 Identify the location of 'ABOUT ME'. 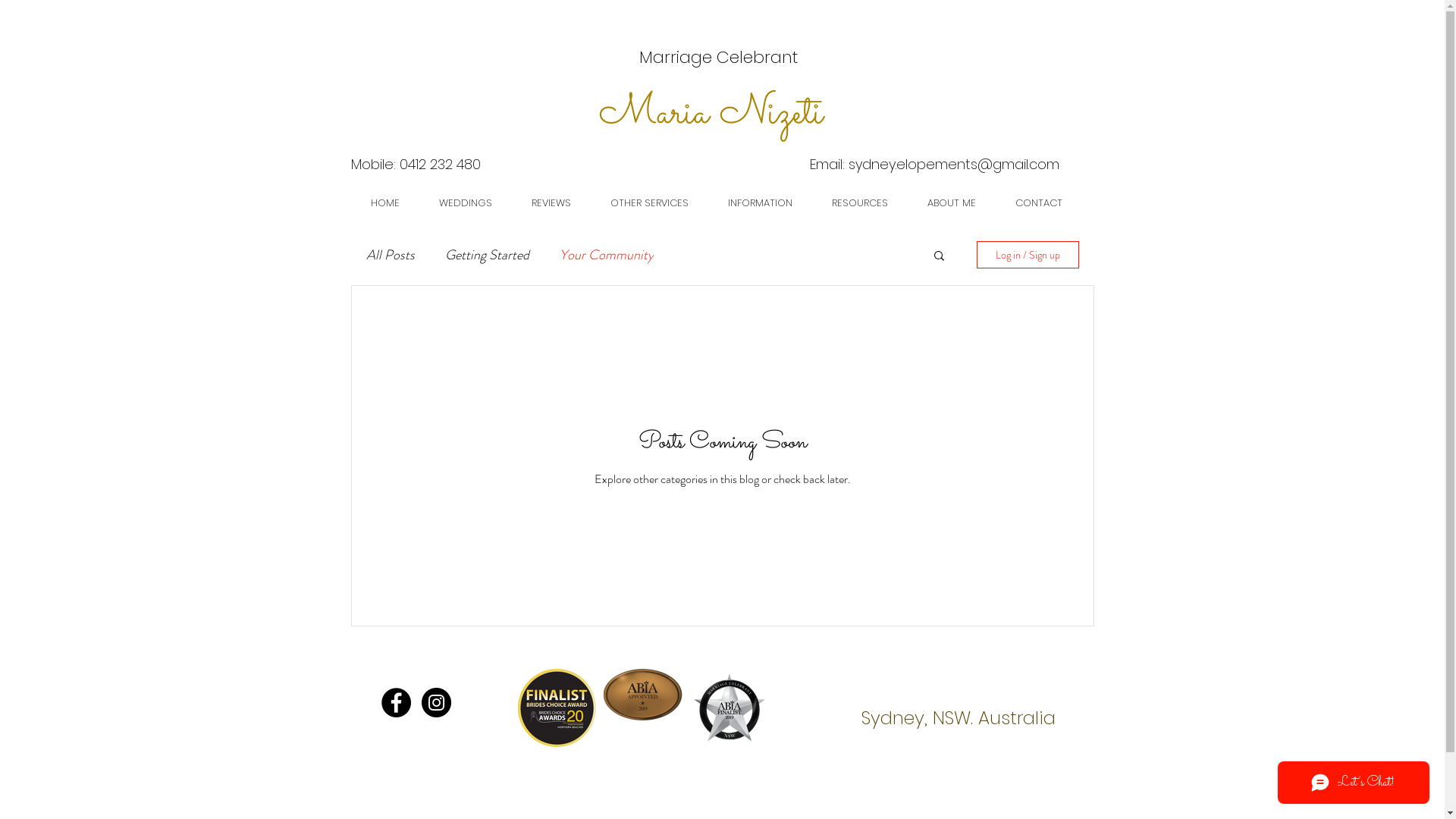
(949, 202).